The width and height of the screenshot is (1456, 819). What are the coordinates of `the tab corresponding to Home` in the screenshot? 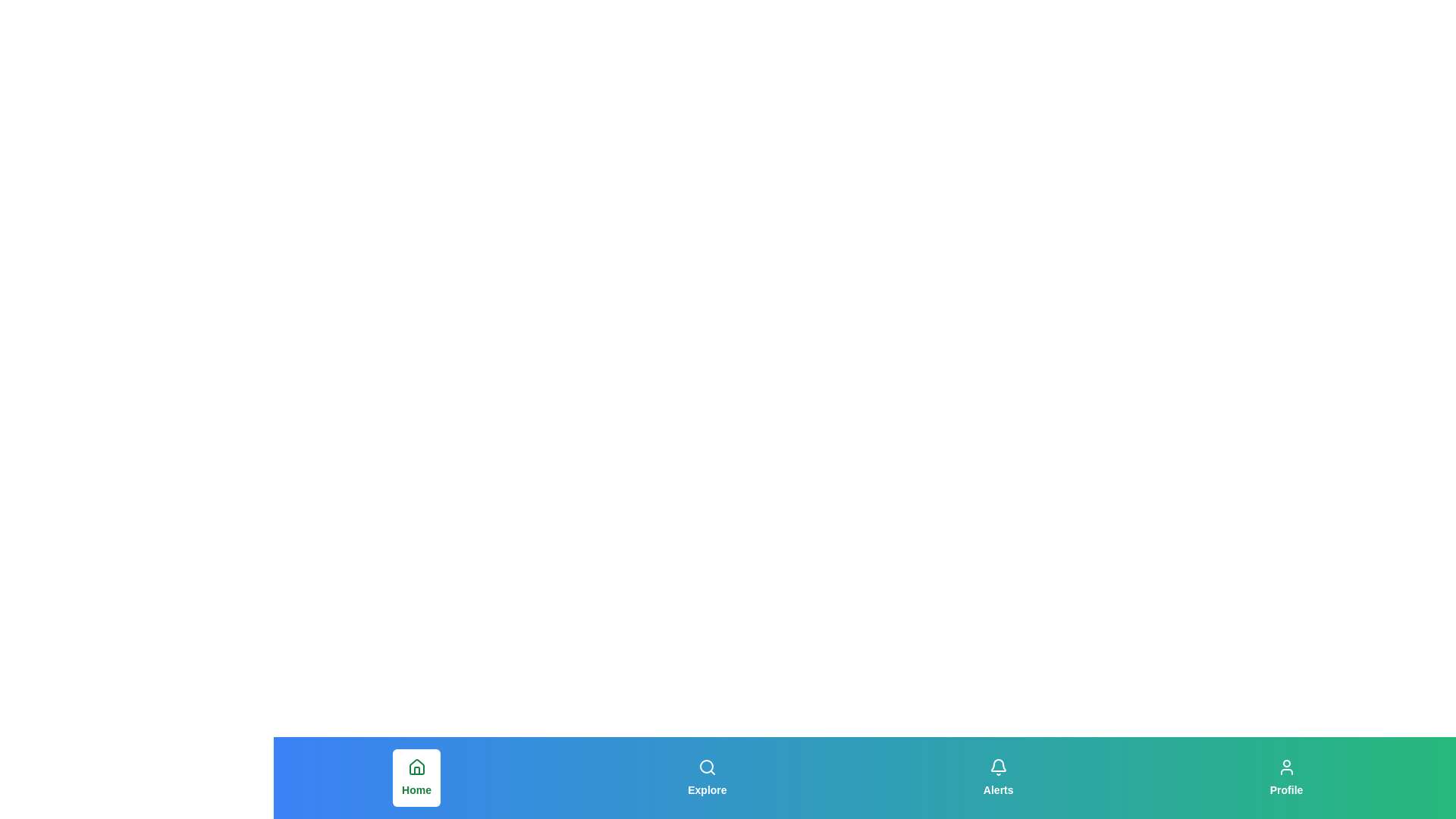 It's located at (416, 778).